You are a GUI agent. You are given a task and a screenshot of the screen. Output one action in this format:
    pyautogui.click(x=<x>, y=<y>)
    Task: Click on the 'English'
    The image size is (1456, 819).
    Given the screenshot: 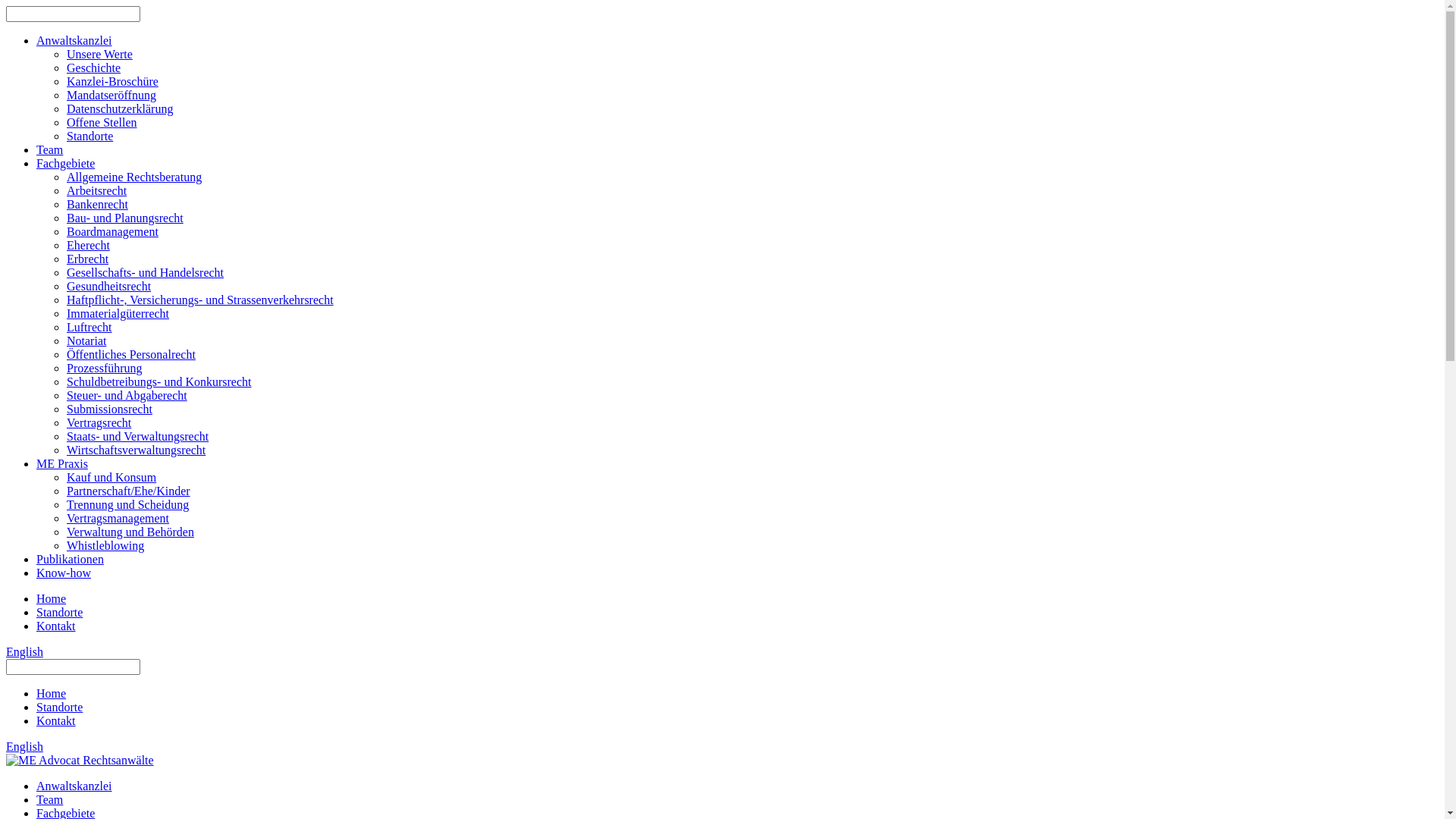 What is the action you would take?
    pyautogui.click(x=24, y=745)
    